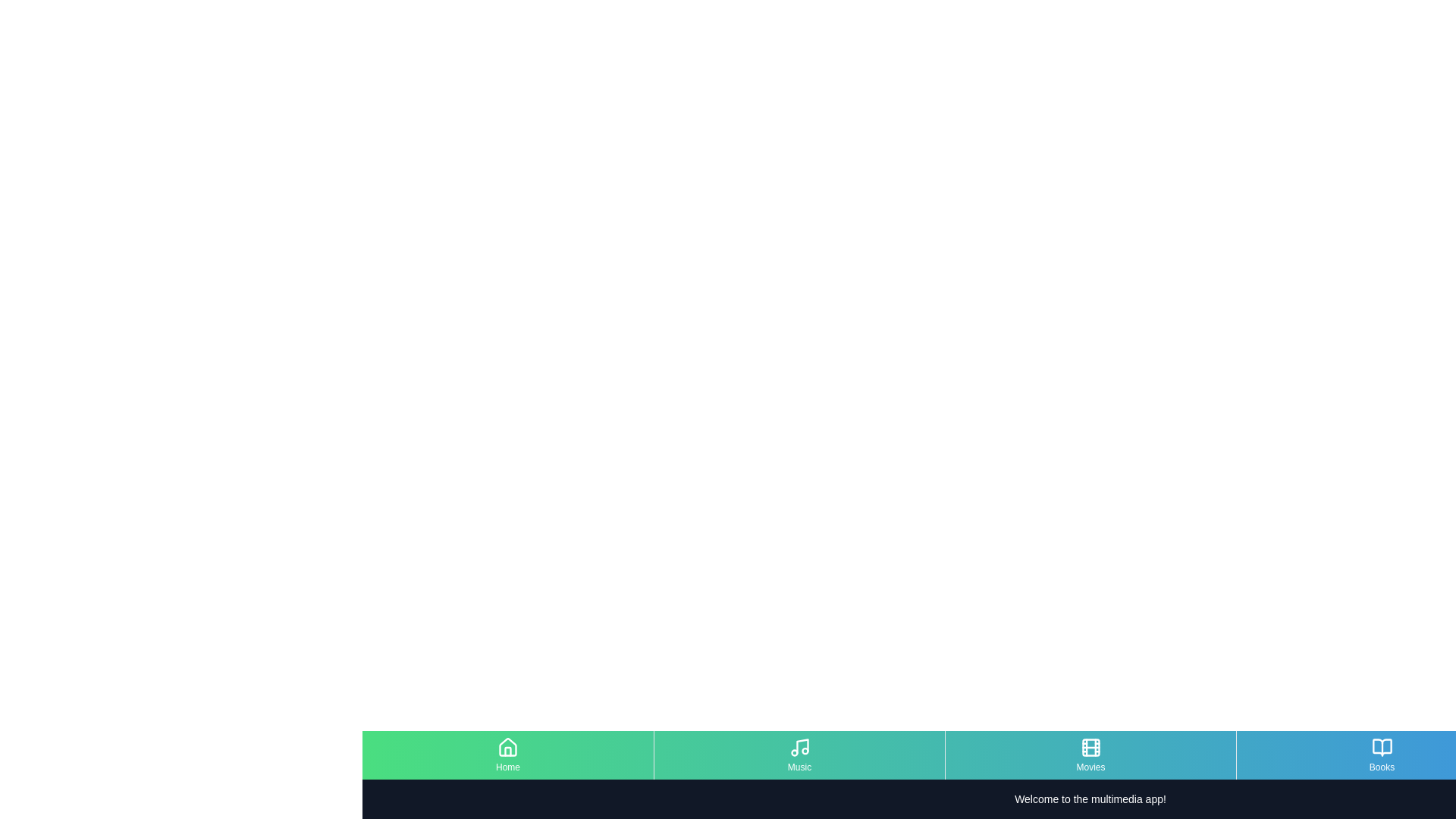 The height and width of the screenshot is (819, 1456). What do you see at coordinates (1382, 755) in the screenshot?
I see `the menu item Books to observe visual changes` at bounding box center [1382, 755].